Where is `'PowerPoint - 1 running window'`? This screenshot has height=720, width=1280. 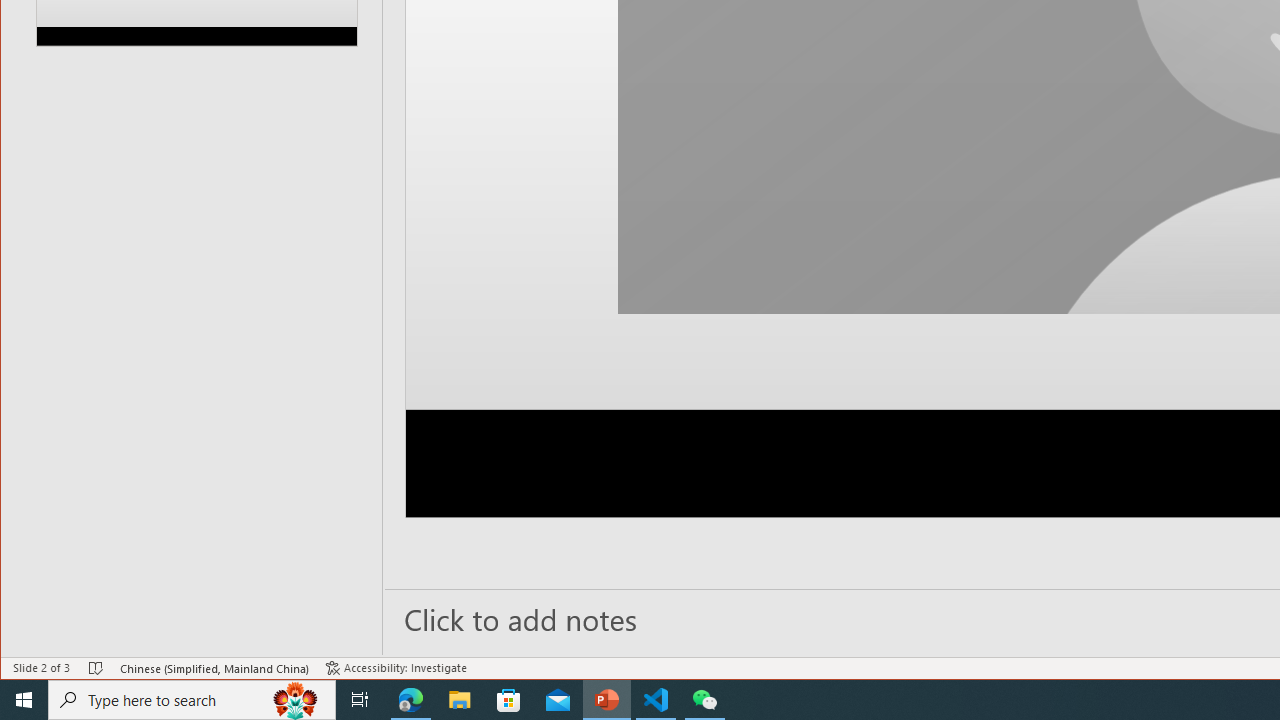
'PowerPoint - 1 running window' is located at coordinates (606, 698).